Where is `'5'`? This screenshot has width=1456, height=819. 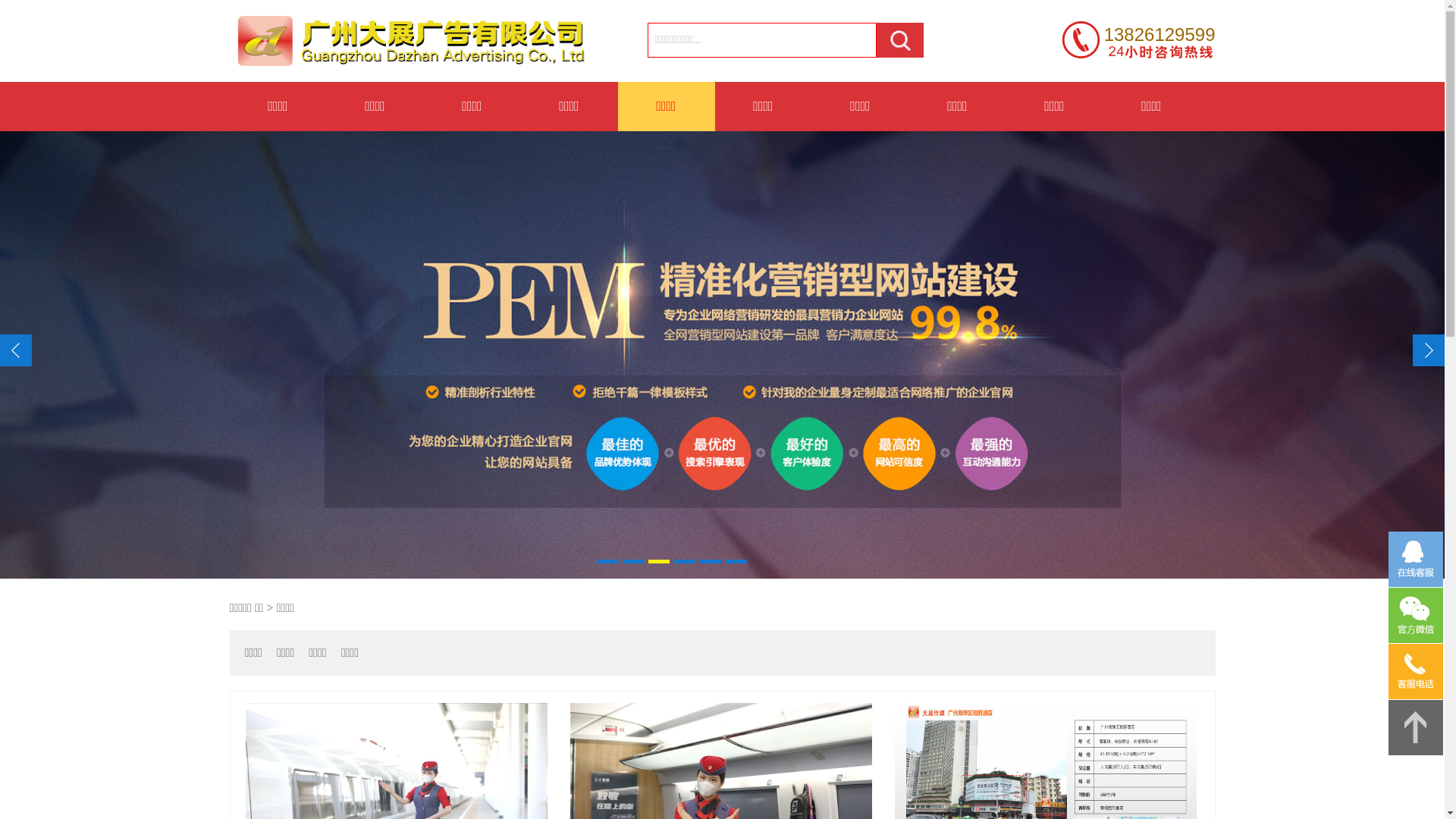
'5' is located at coordinates (709, 561).